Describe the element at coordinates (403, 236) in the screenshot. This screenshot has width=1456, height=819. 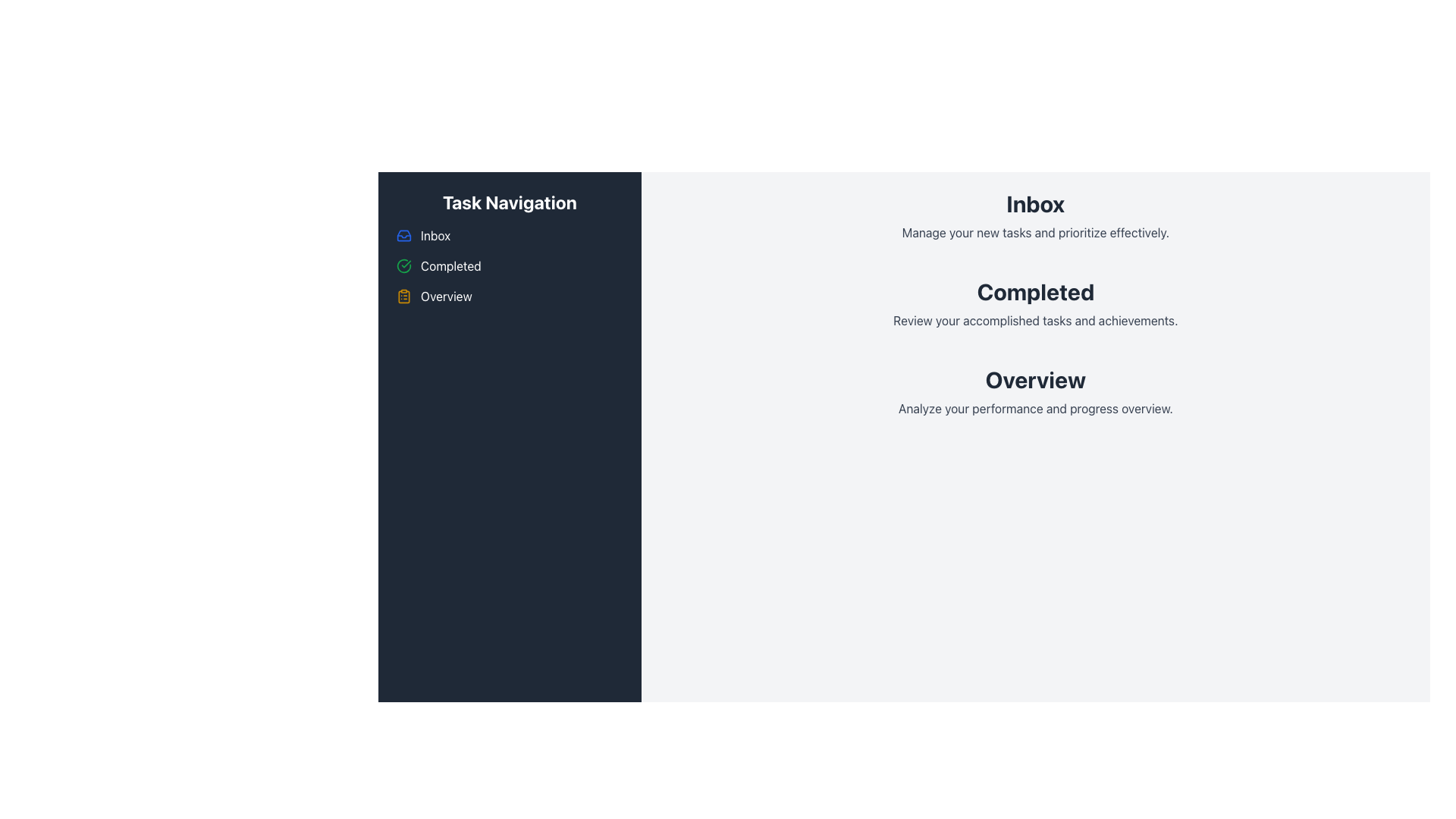
I see `the blue inbox icon located next to the 'Inbox' label in the dark sidebar` at that location.